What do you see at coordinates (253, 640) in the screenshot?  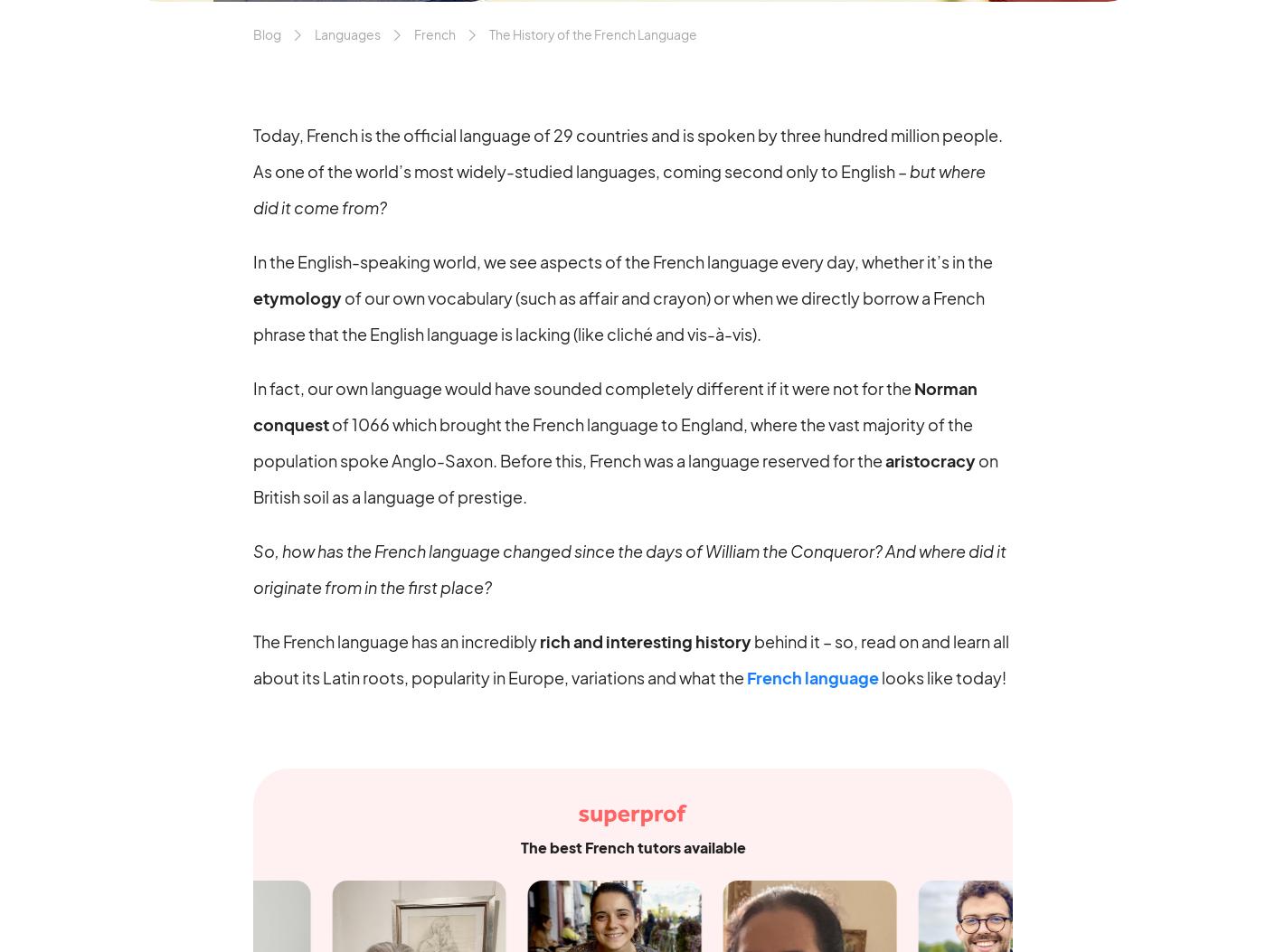 I see `'The French language has an incredibly'` at bounding box center [253, 640].